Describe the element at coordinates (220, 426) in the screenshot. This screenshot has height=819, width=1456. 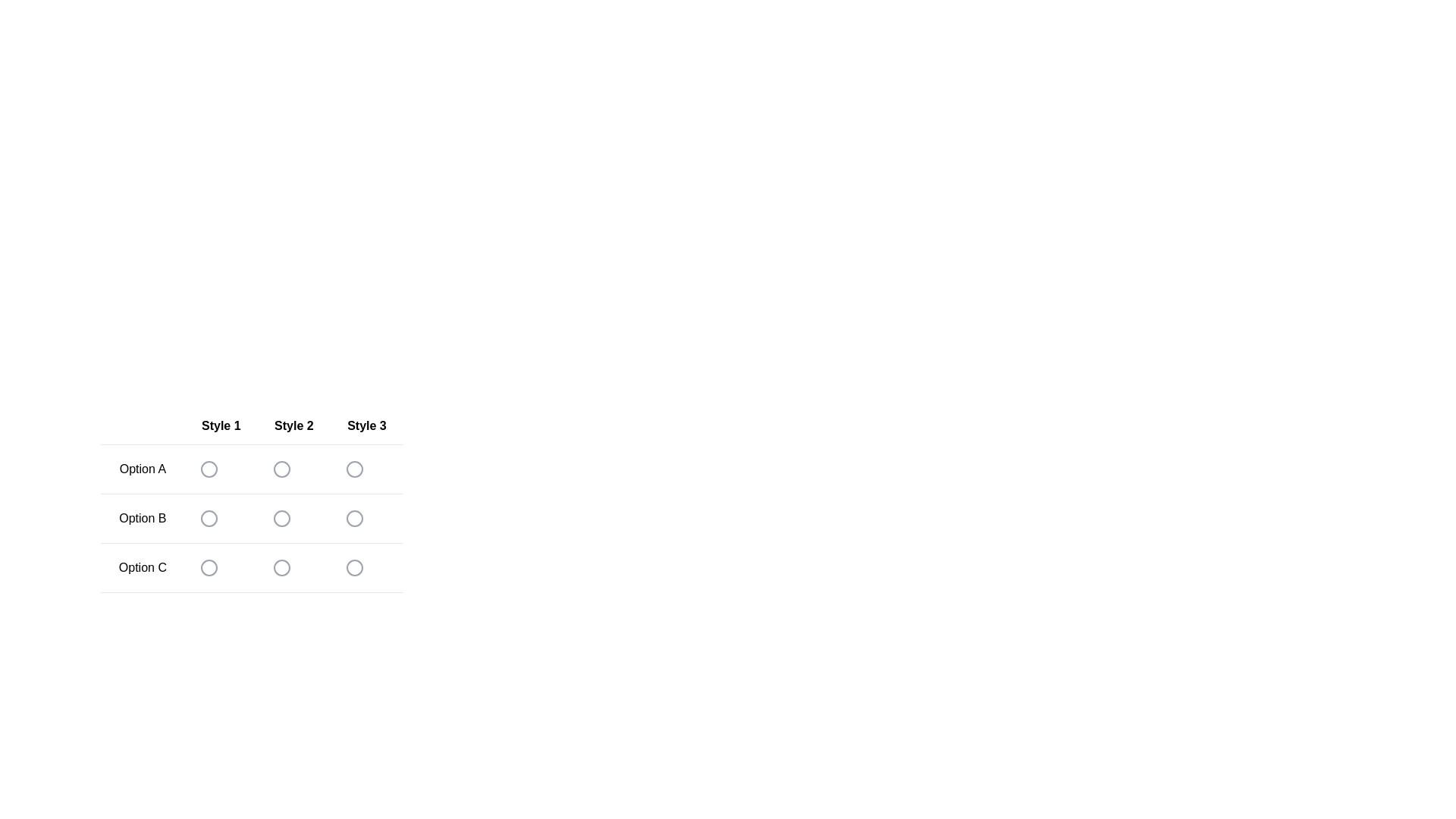
I see `the static text label 'Style 1', which is the leftmost option in a group of three styled in bold, black font` at that location.